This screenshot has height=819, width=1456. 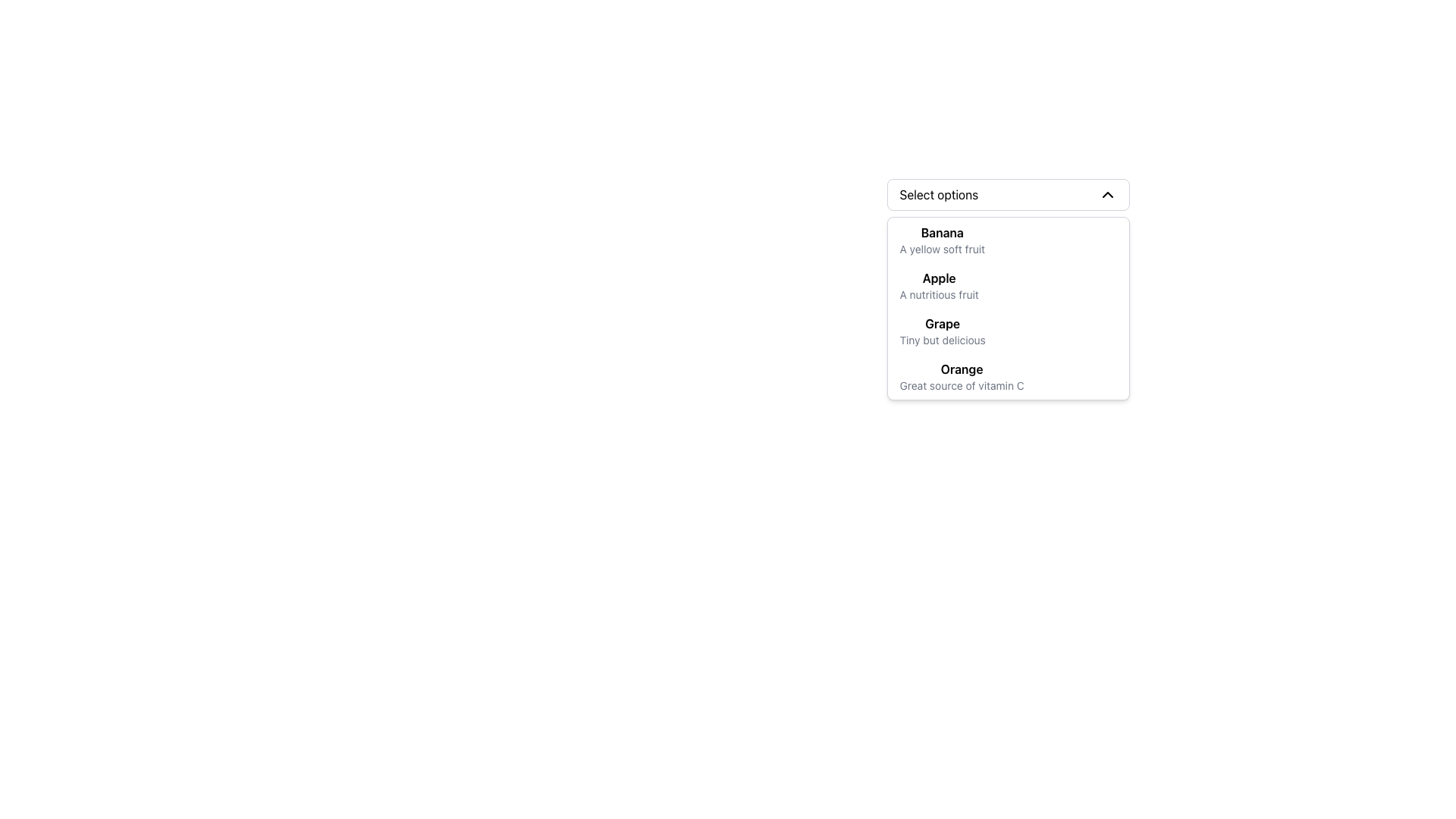 What do you see at coordinates (1107, 194) in the screenshot?
I see `the chevron-up icon, which is a thin black outlined triangular arrowhead shape located at the far-right of the 'Select options' dropdown button area` at bounding box center [1107, 194].